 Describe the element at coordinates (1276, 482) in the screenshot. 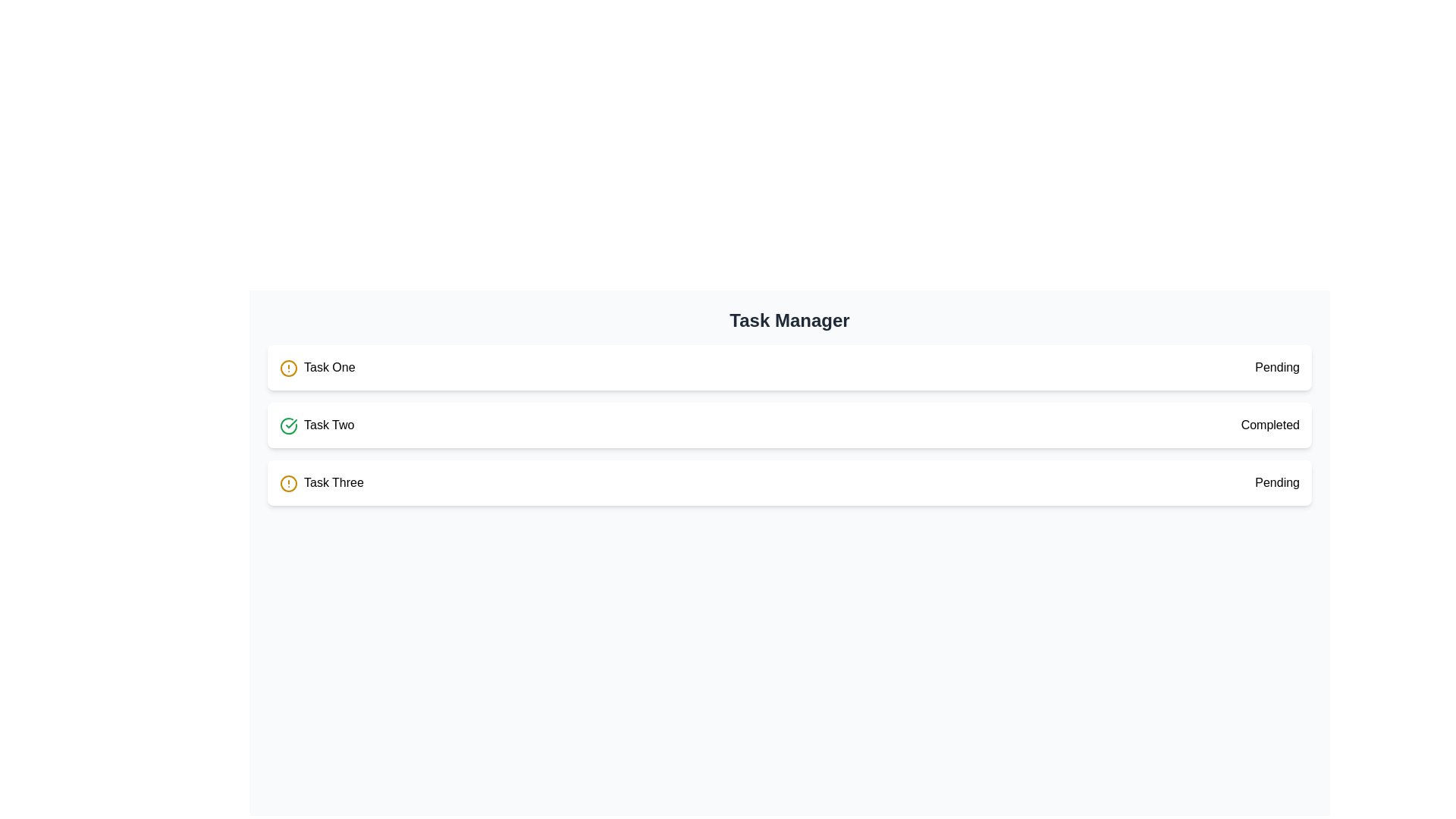

I see `the status indicator for 'Task Three' which shows 'Pending'` at that location.